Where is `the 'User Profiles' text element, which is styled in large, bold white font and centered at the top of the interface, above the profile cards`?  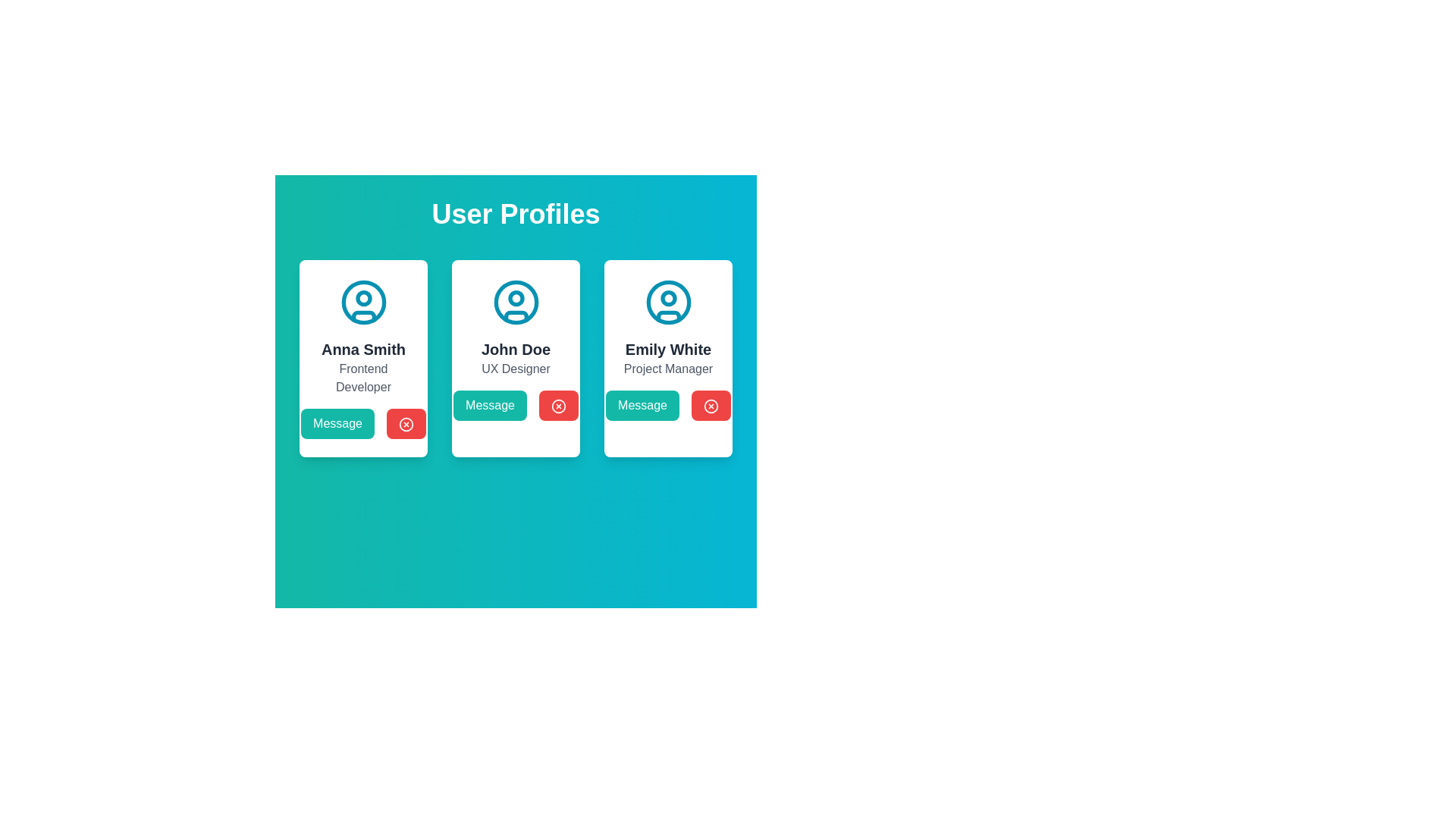
the 'User Profiles' text element, which is styled in large, bold white font and centered at the top of the interface, above the profile cards is located at coordinates (516, 214).